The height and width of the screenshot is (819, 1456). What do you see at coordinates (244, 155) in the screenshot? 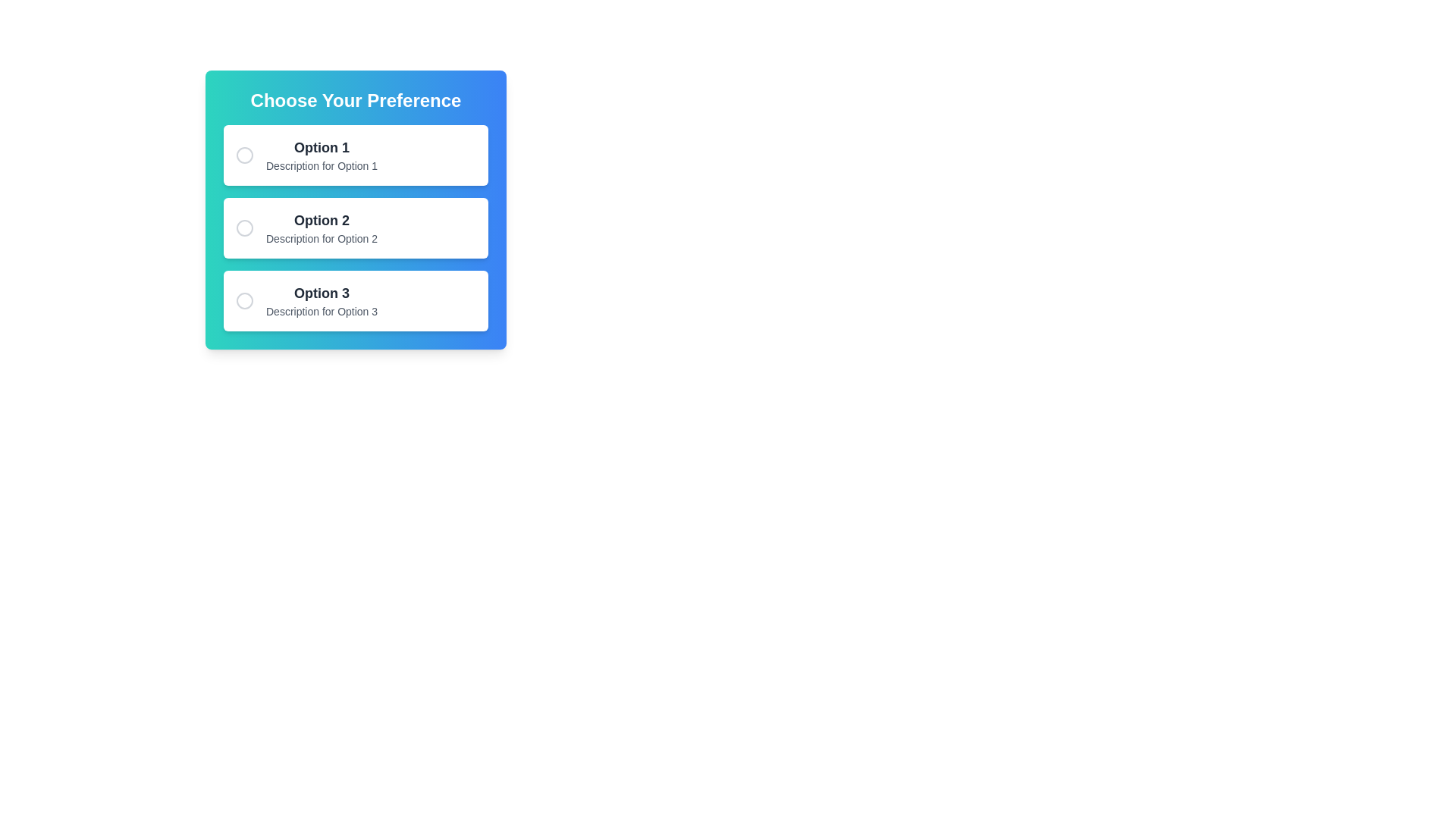
I see `the circular radio button element located to the left of the text 'Option 1'` at bounding box center [244, 155].